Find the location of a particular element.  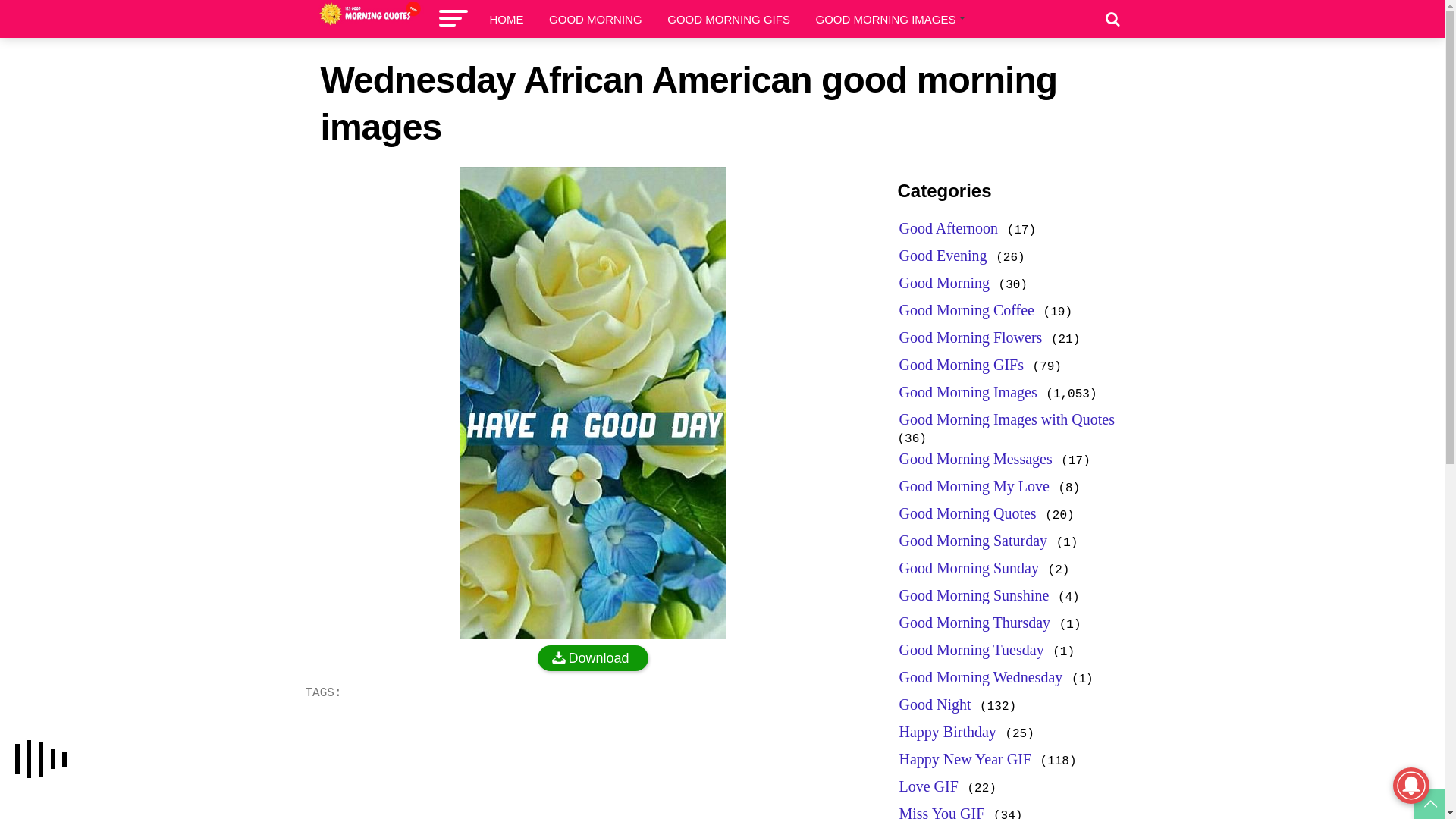

'Good Evening' is located at coordinates (942, 254).